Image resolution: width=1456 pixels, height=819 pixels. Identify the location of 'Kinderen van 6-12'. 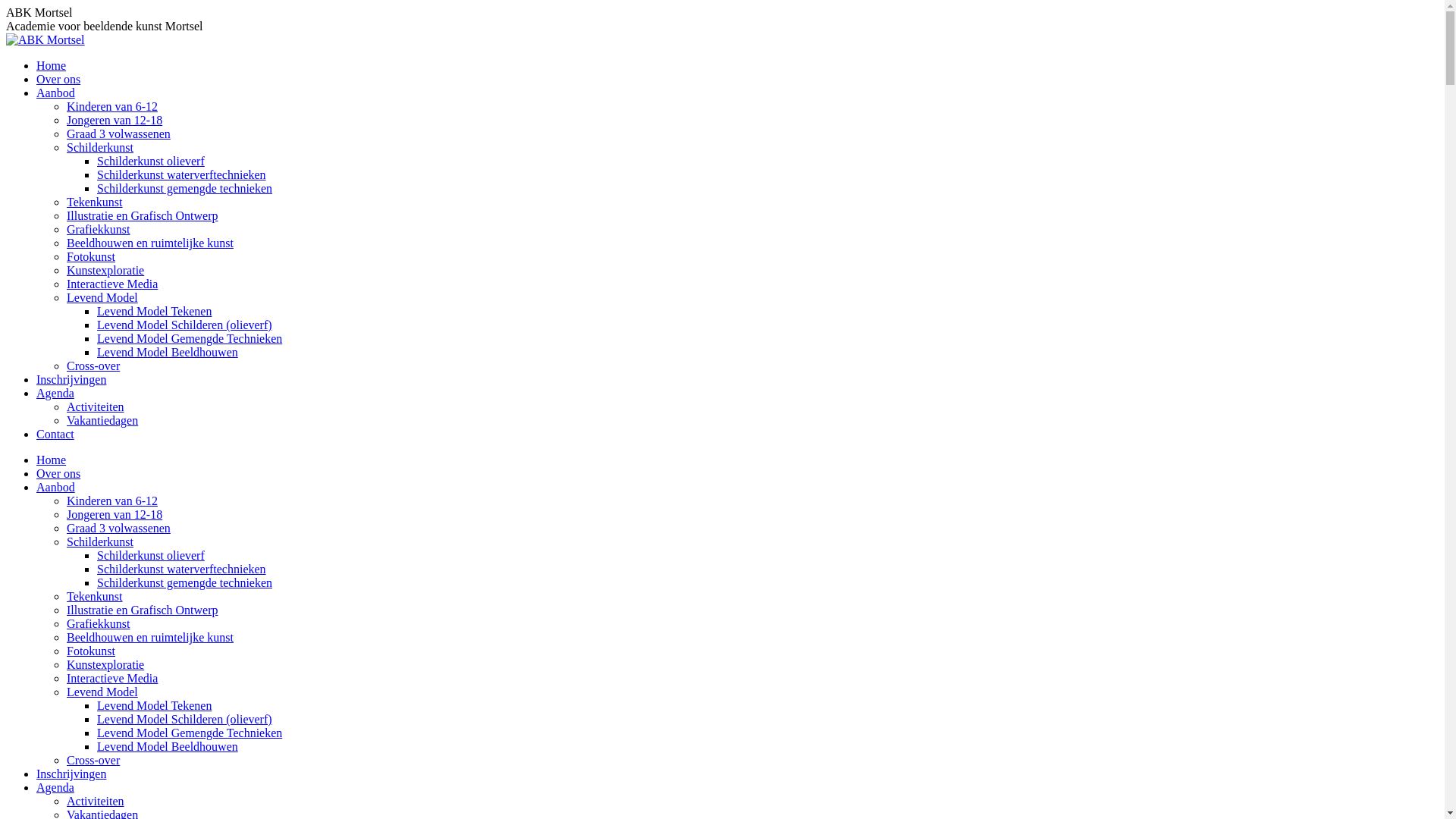
(65, 105).